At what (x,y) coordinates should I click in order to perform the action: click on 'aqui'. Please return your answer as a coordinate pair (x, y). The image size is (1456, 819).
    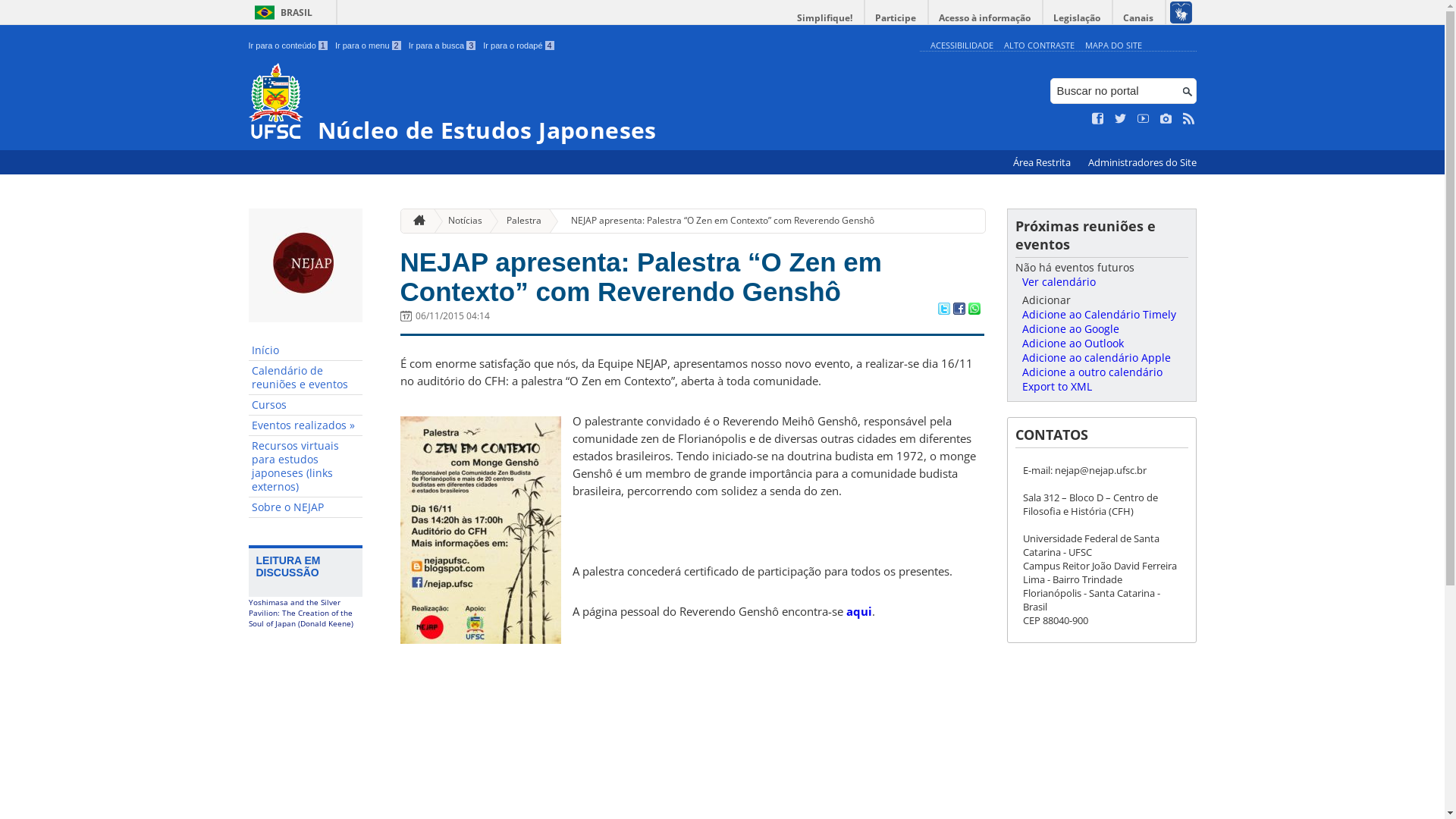
    Looking at the image, I should click on (858, 610).